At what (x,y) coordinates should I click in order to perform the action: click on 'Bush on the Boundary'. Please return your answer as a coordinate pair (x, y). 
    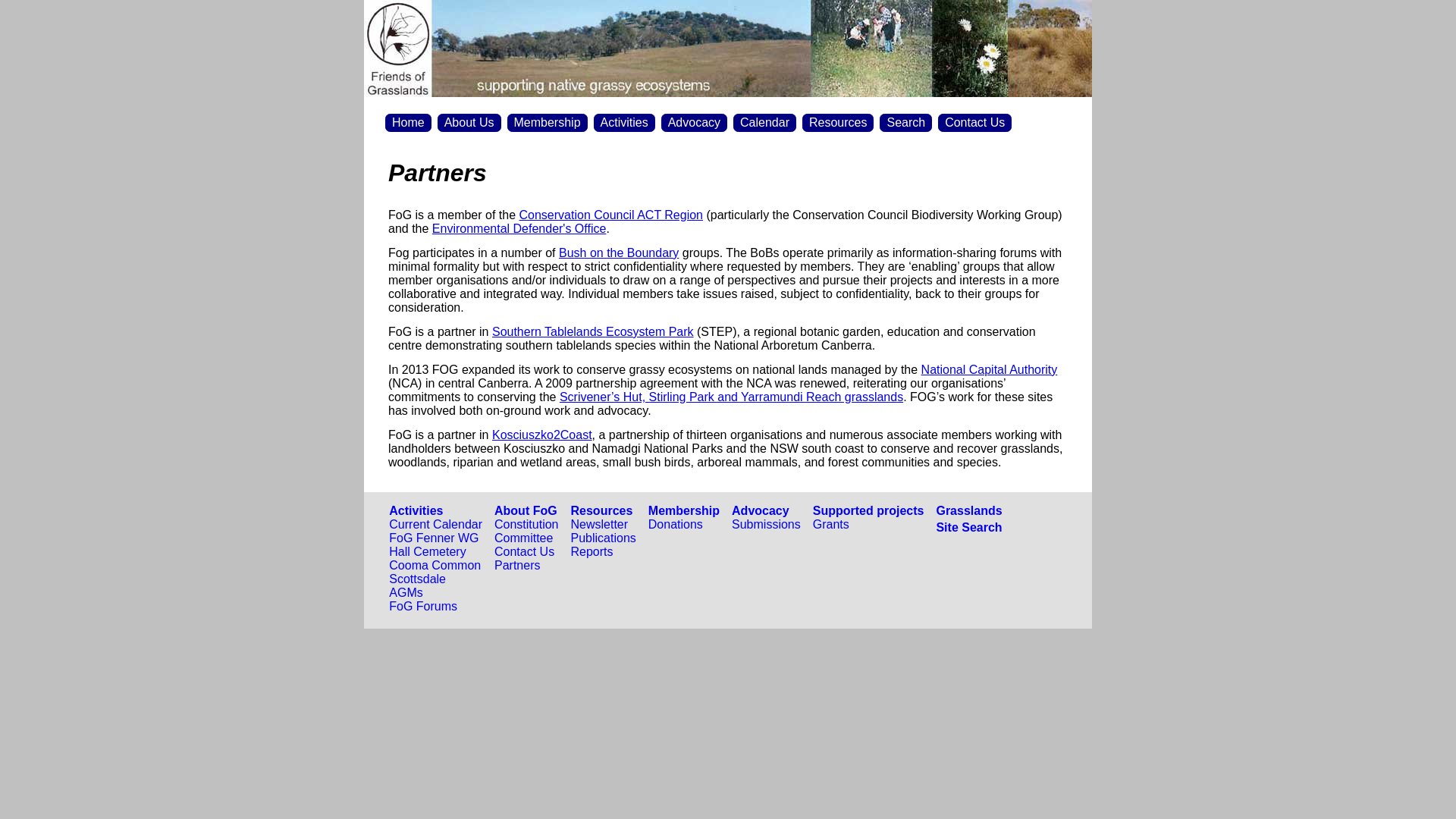
    Looking at the image, I should click on (558, 252).